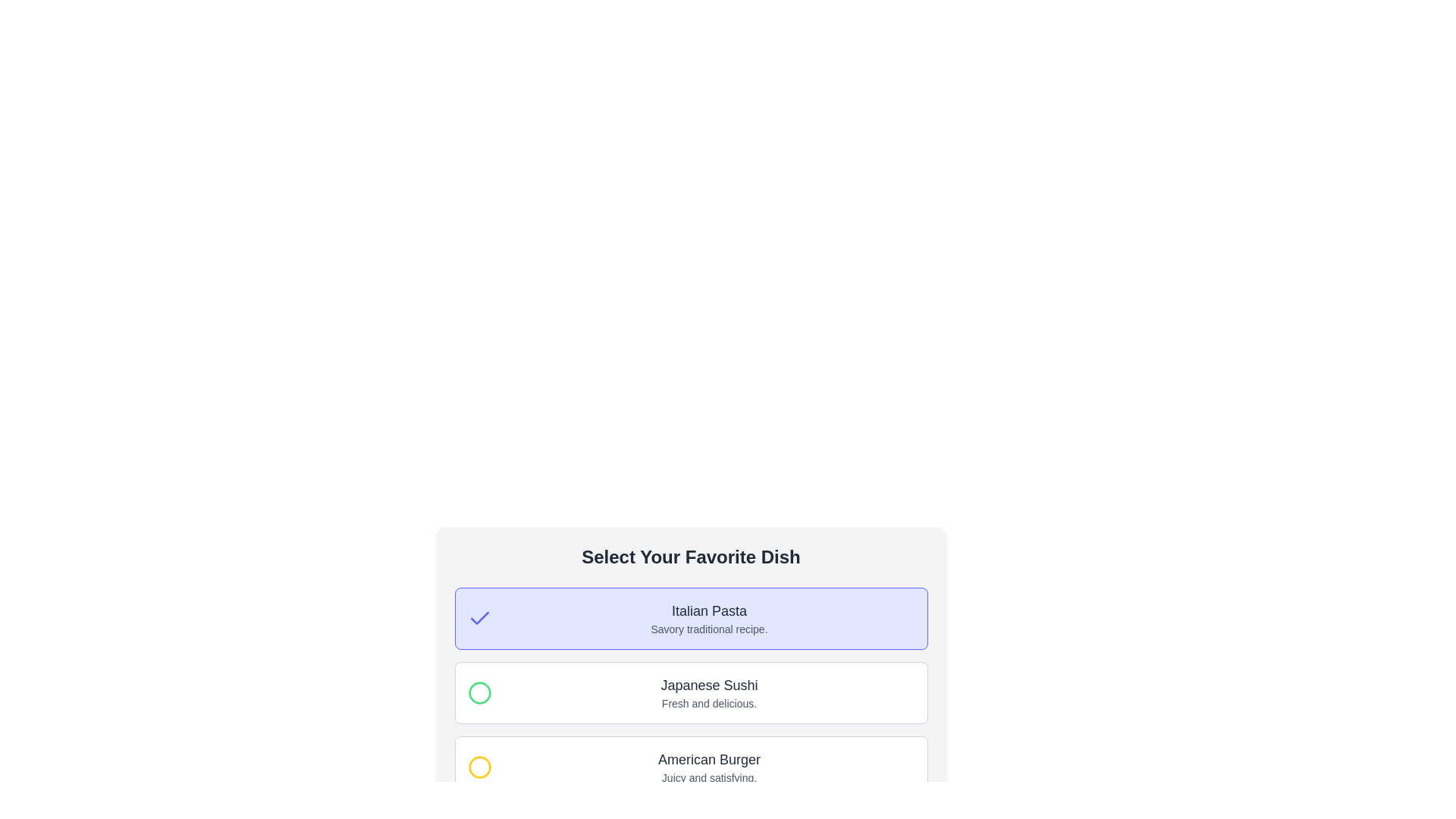 This screenshot has width=1456, height=819. I want to click on the circular yellow outlined icon located to the left of the 'American Burger' text to interact, so click(479, 767).